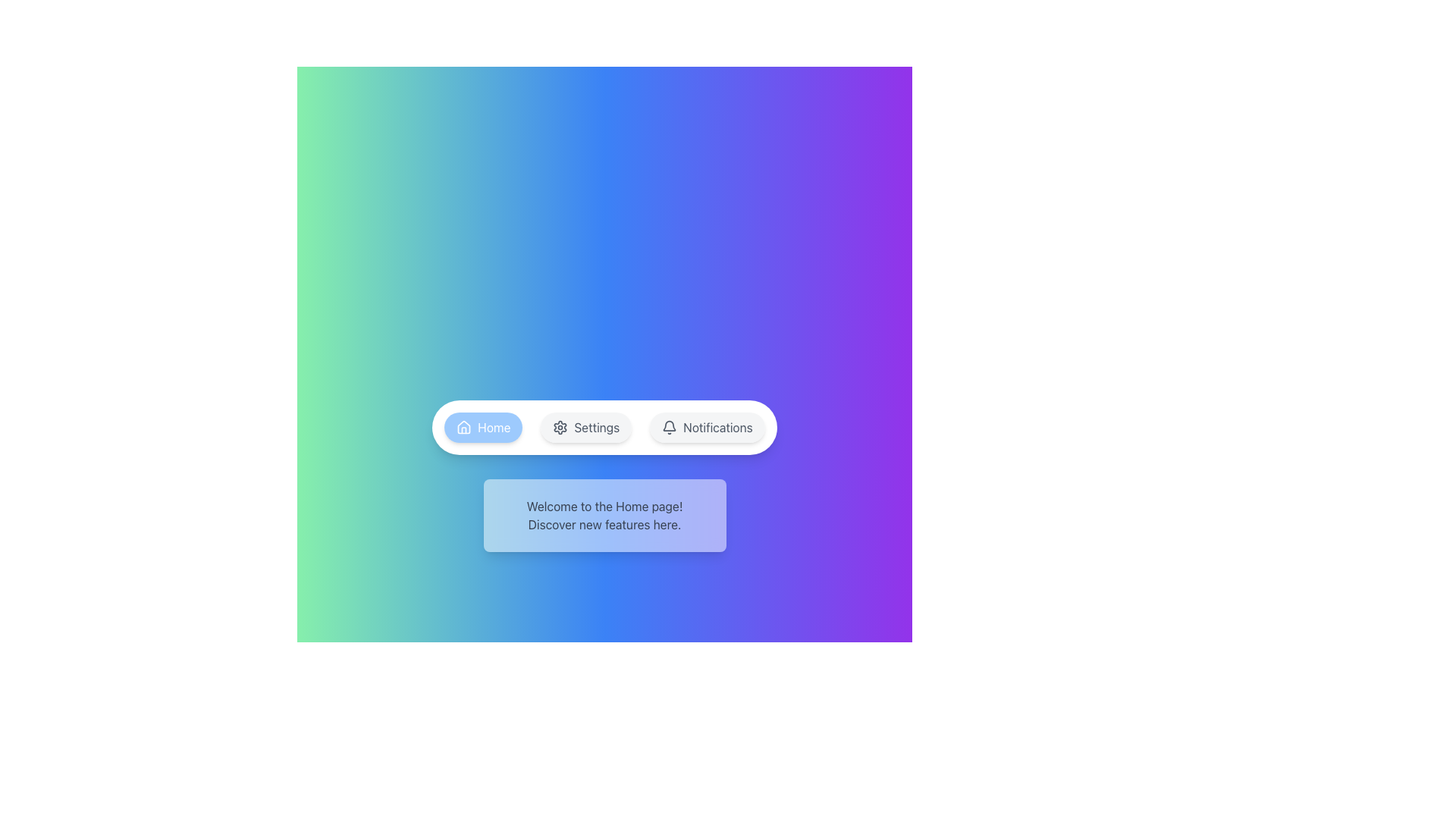 The image size is (1456, 819). I want to click on the inner graphical component of the settings icon, which resembles a gear shape and is located centrally within the larger gear icon in the navigation bar, so click(560, 427).